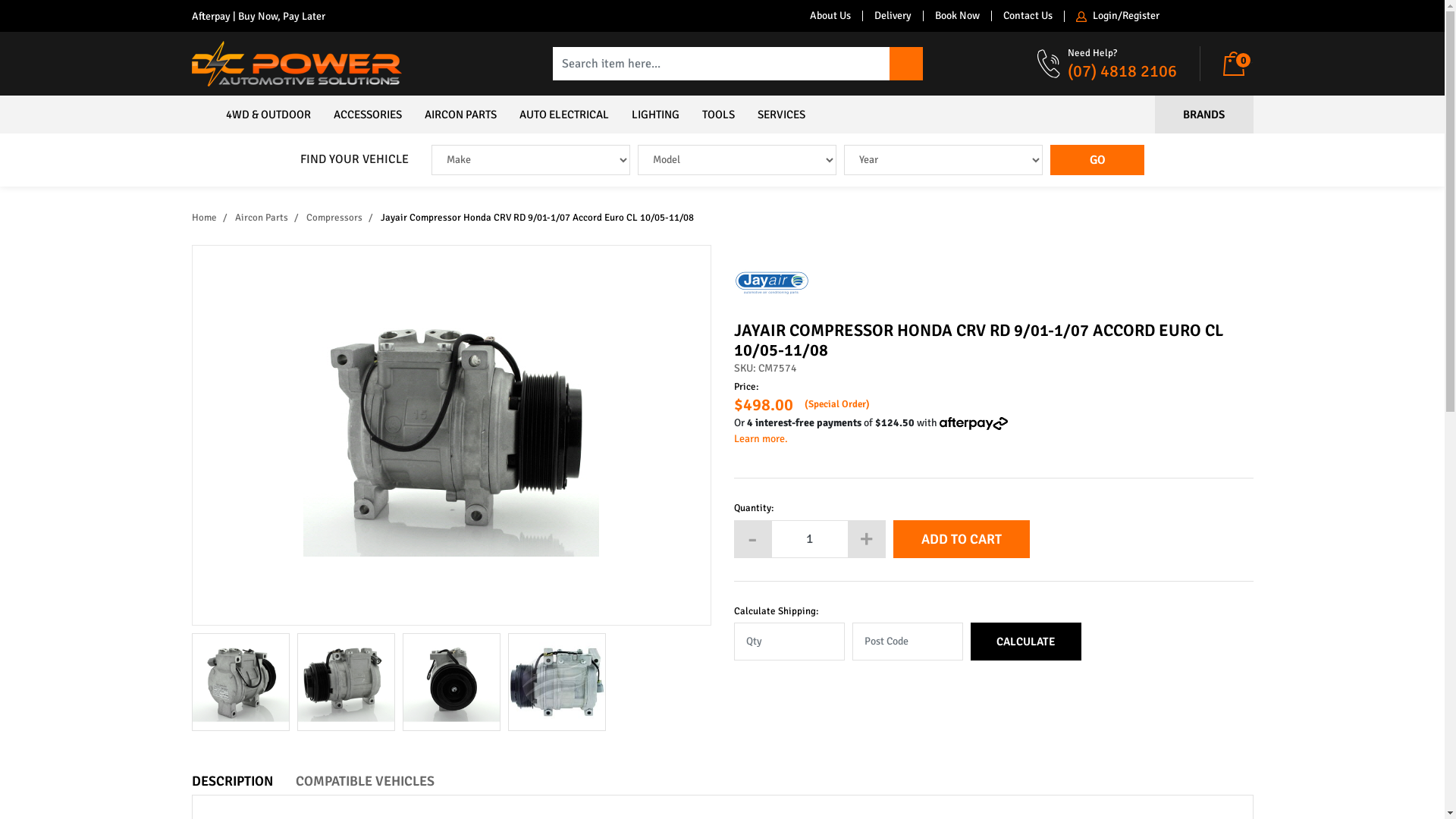 The width and height of the screenshot is (1456, 819). Describe the element at coordinates (892, 15) in the screenshot. I see `'Delivery'` at that location.